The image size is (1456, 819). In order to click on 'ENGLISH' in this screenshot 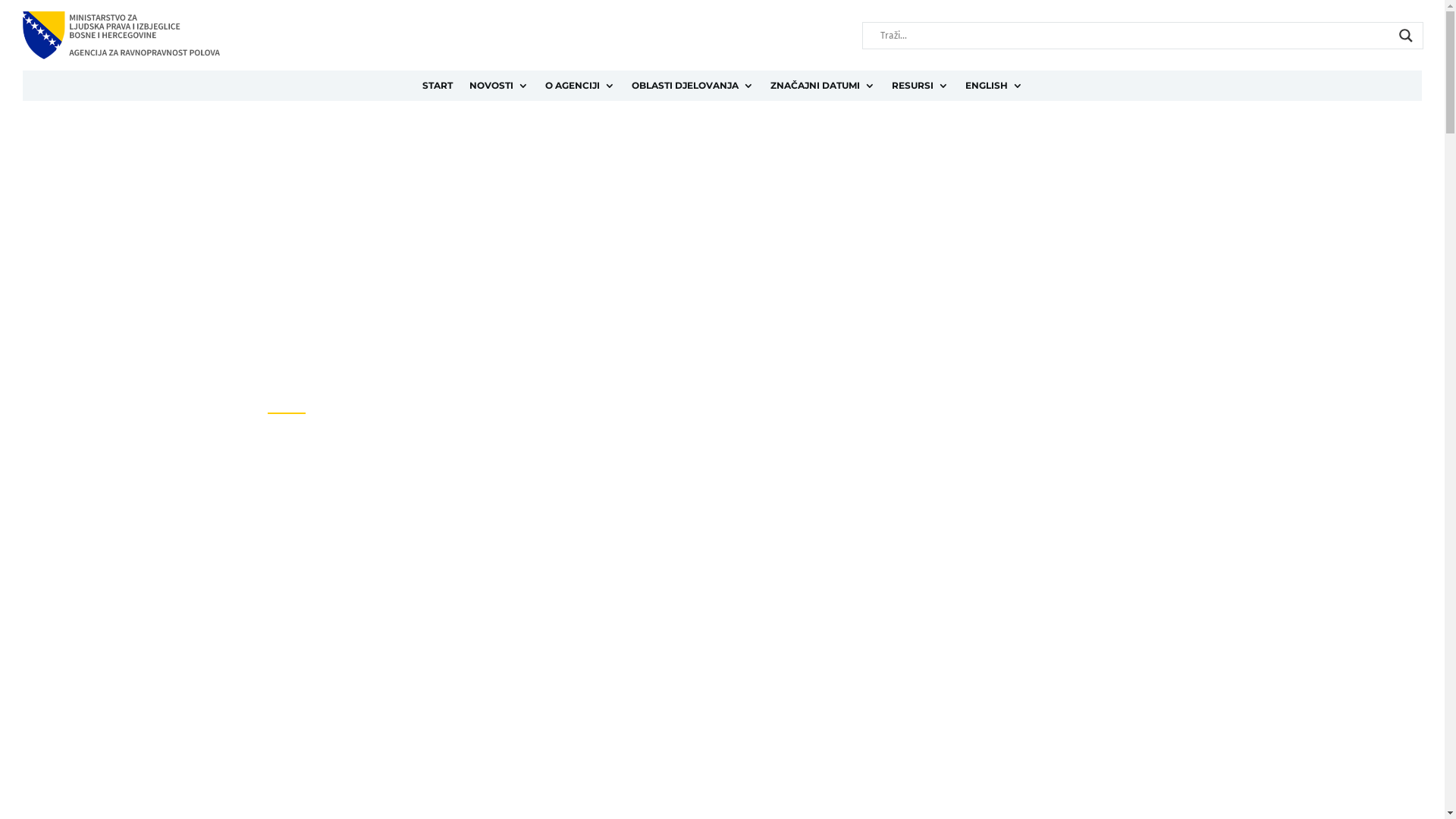, I will do `click(993, 88)`.